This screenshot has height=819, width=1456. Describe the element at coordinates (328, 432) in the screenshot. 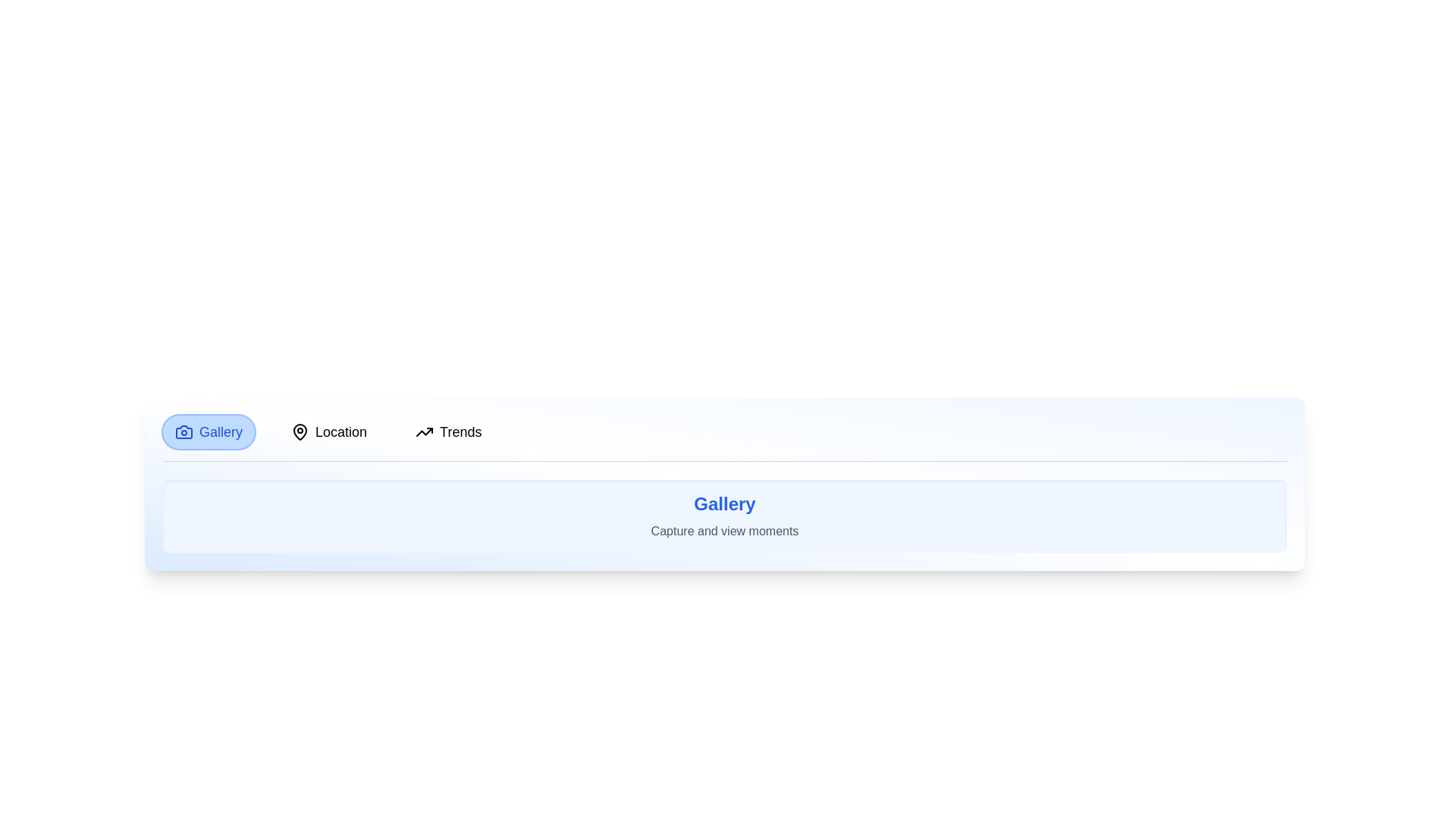

I see `the Location tab` at that location.